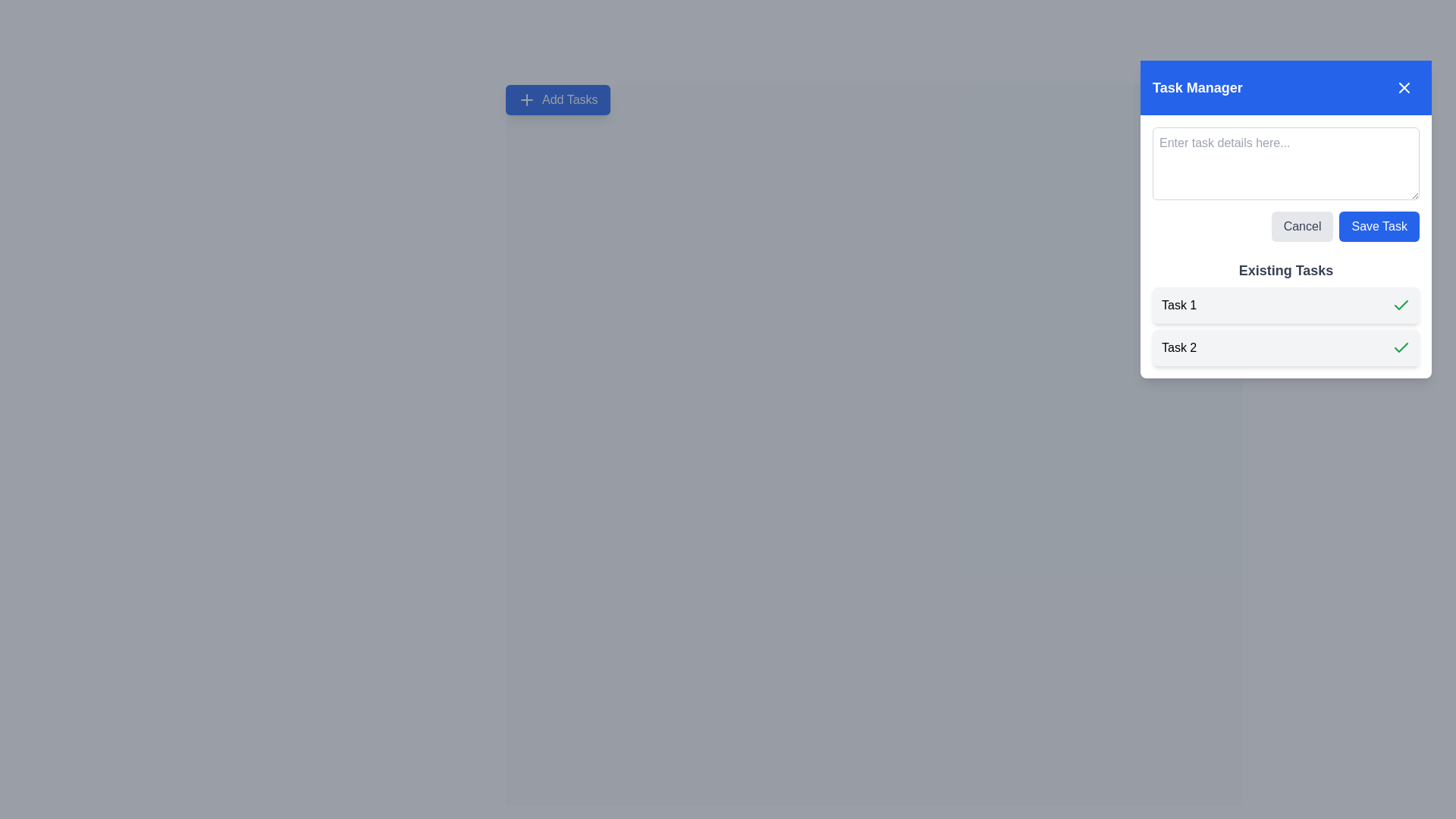  Describe the element at coordinates (1285, 305) in the screenshot. I see `the 'Task 1' card in the 'Existing Tasks' section of the 'Task Manager' modal` at that location.